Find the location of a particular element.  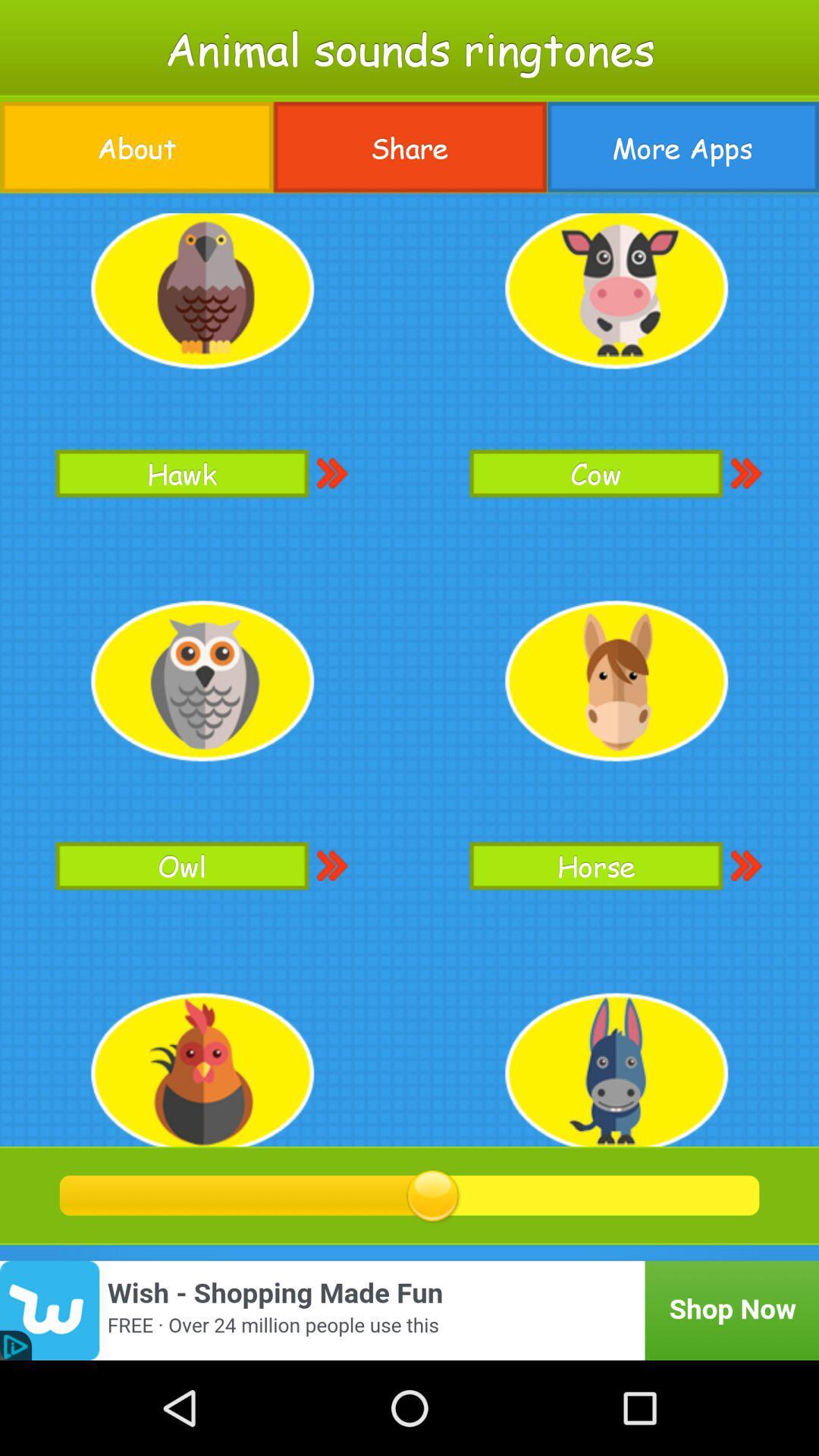

the item next to about icon is located at coordinates (409, 147).